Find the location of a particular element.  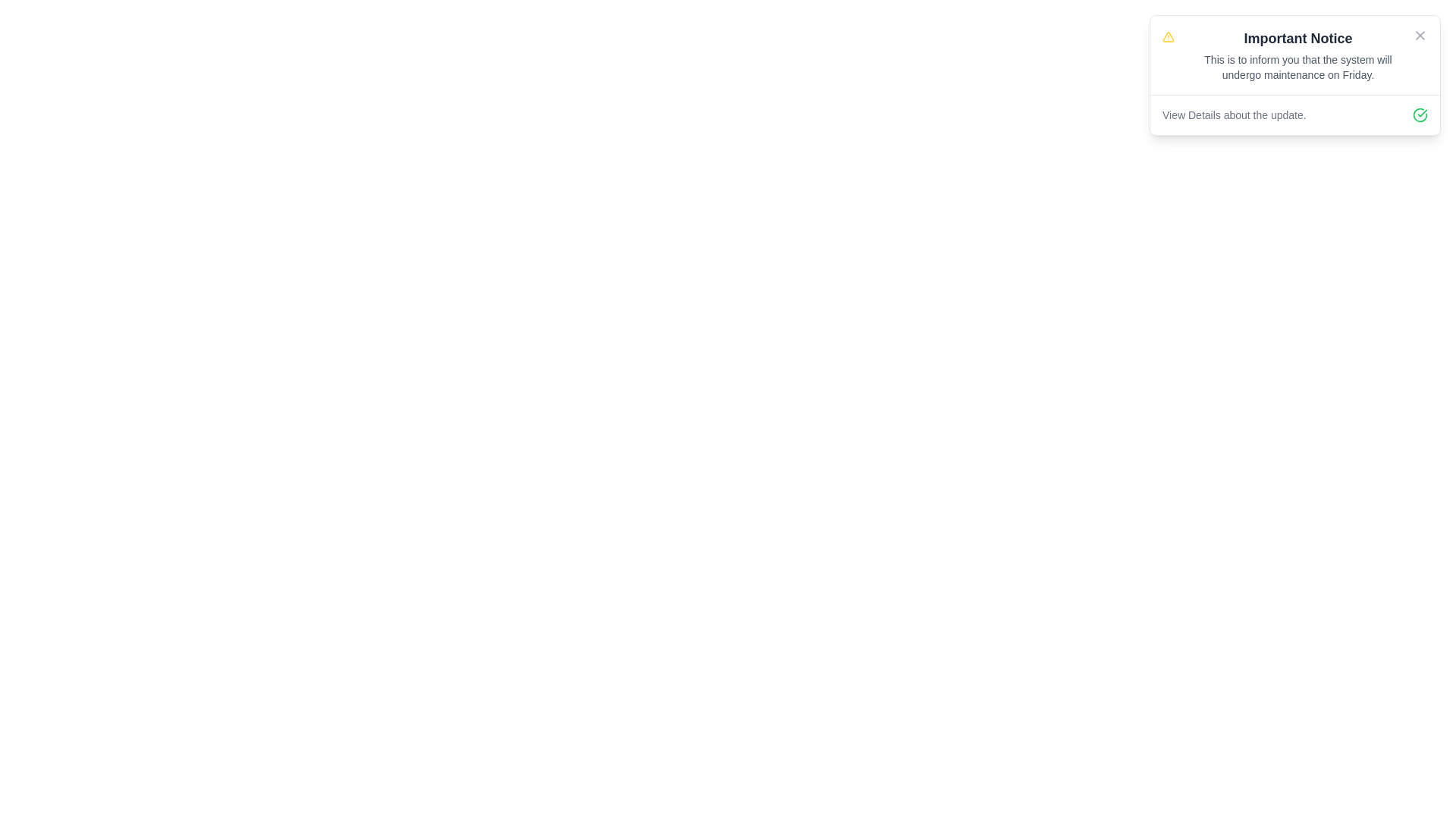

text label that says 'View Details about the update.' located at the bottom of the notice box, which is styled with a green checkmark icon adjacent to it is located at coordinates (1294, 114).